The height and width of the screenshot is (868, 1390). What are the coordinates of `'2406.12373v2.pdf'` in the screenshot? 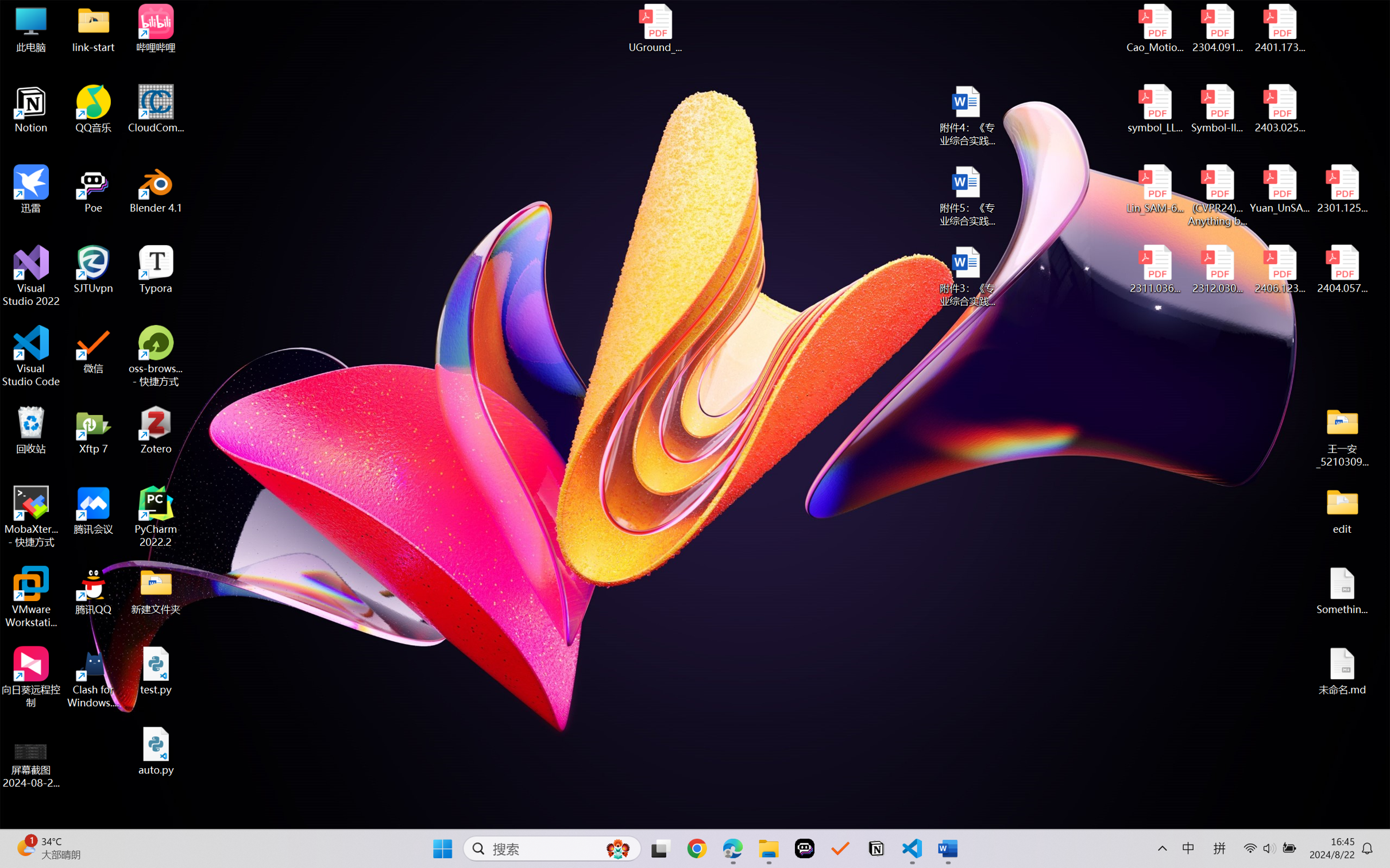 It's located at (1279, 269).